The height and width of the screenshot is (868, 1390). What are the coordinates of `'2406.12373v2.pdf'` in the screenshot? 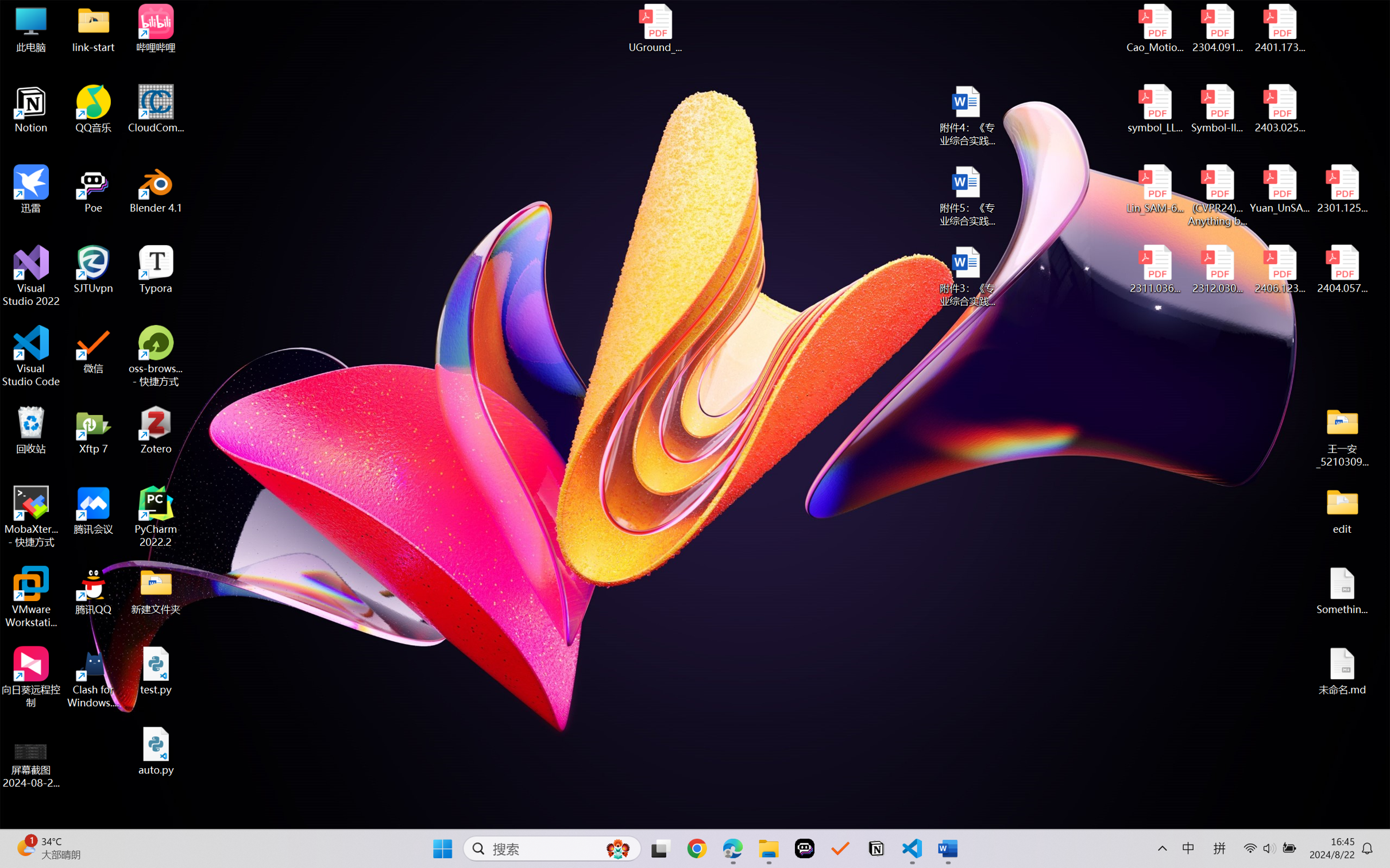 It's located at (1279, 269).